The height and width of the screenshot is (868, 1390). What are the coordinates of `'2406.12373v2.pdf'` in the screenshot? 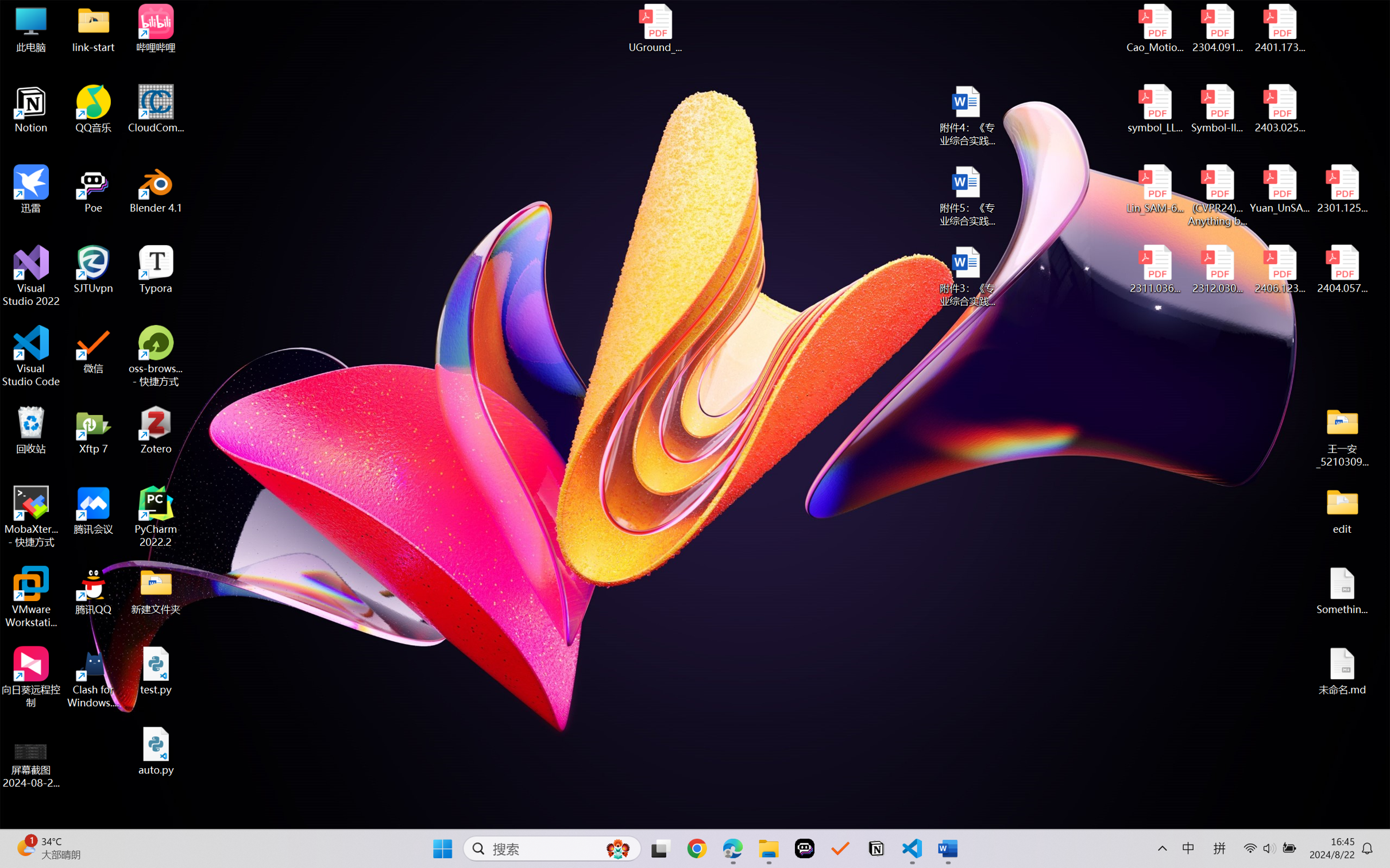 It's located at (1279, 269).